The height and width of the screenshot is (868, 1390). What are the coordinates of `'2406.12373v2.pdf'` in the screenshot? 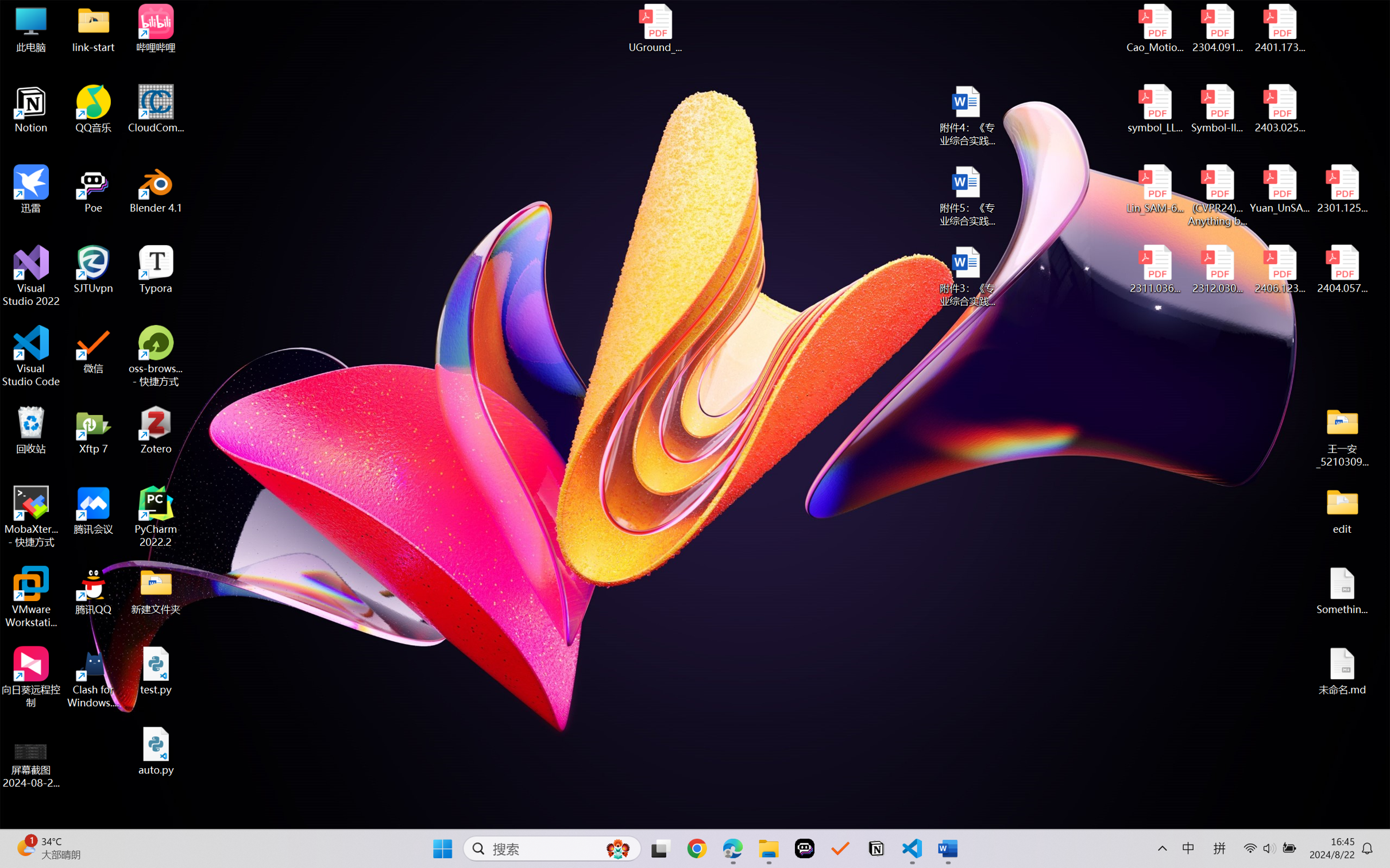 It's located at (1279, 269).